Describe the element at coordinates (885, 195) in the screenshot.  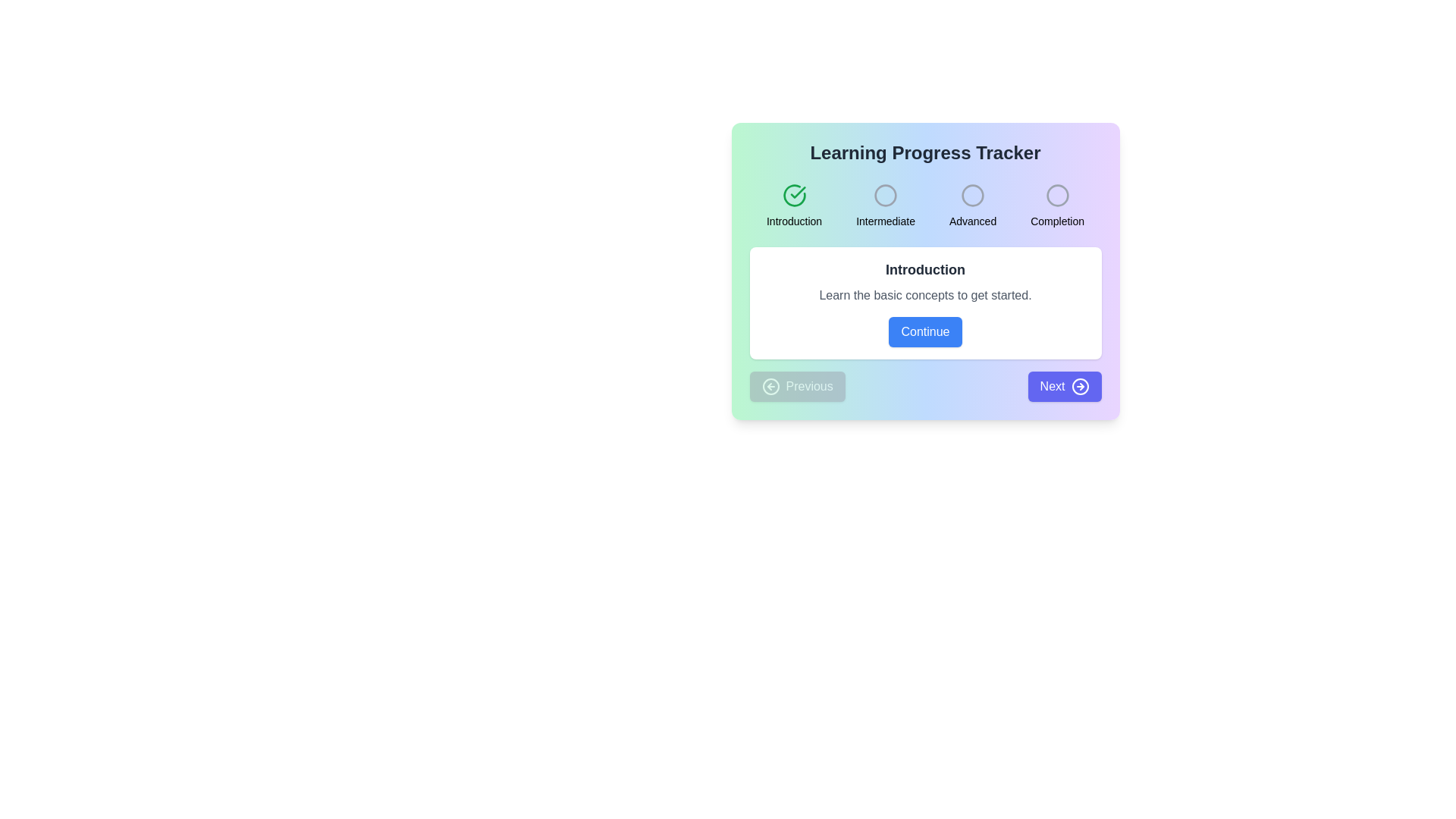
I see `the second icon in the sequence of four icons located above the text label 'Intermediate'` at that location.